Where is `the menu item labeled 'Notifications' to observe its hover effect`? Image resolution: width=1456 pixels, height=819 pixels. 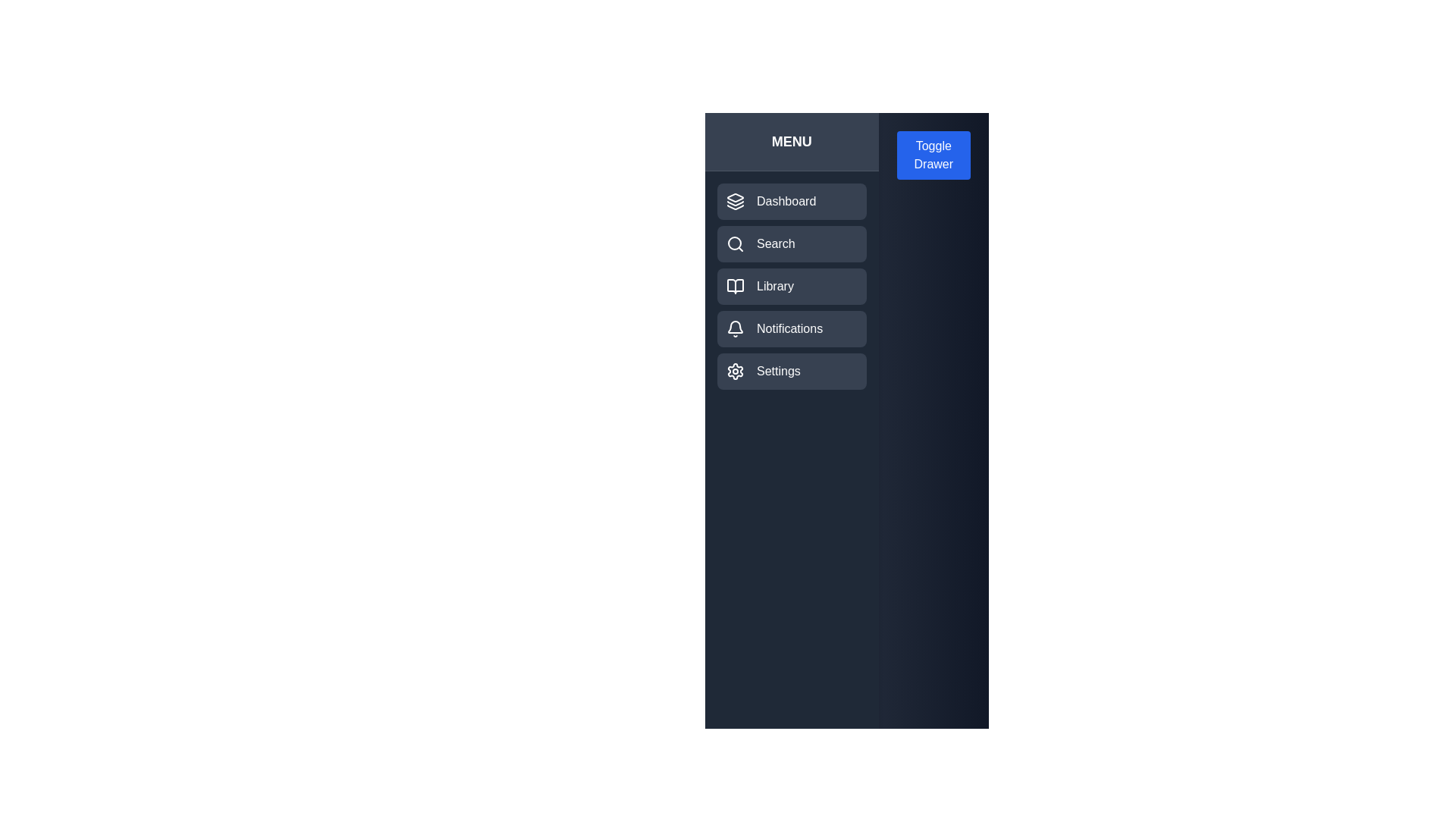
the menu item labeled 'Notifications' to observe its hover effect is located at coordinates (790, 328).